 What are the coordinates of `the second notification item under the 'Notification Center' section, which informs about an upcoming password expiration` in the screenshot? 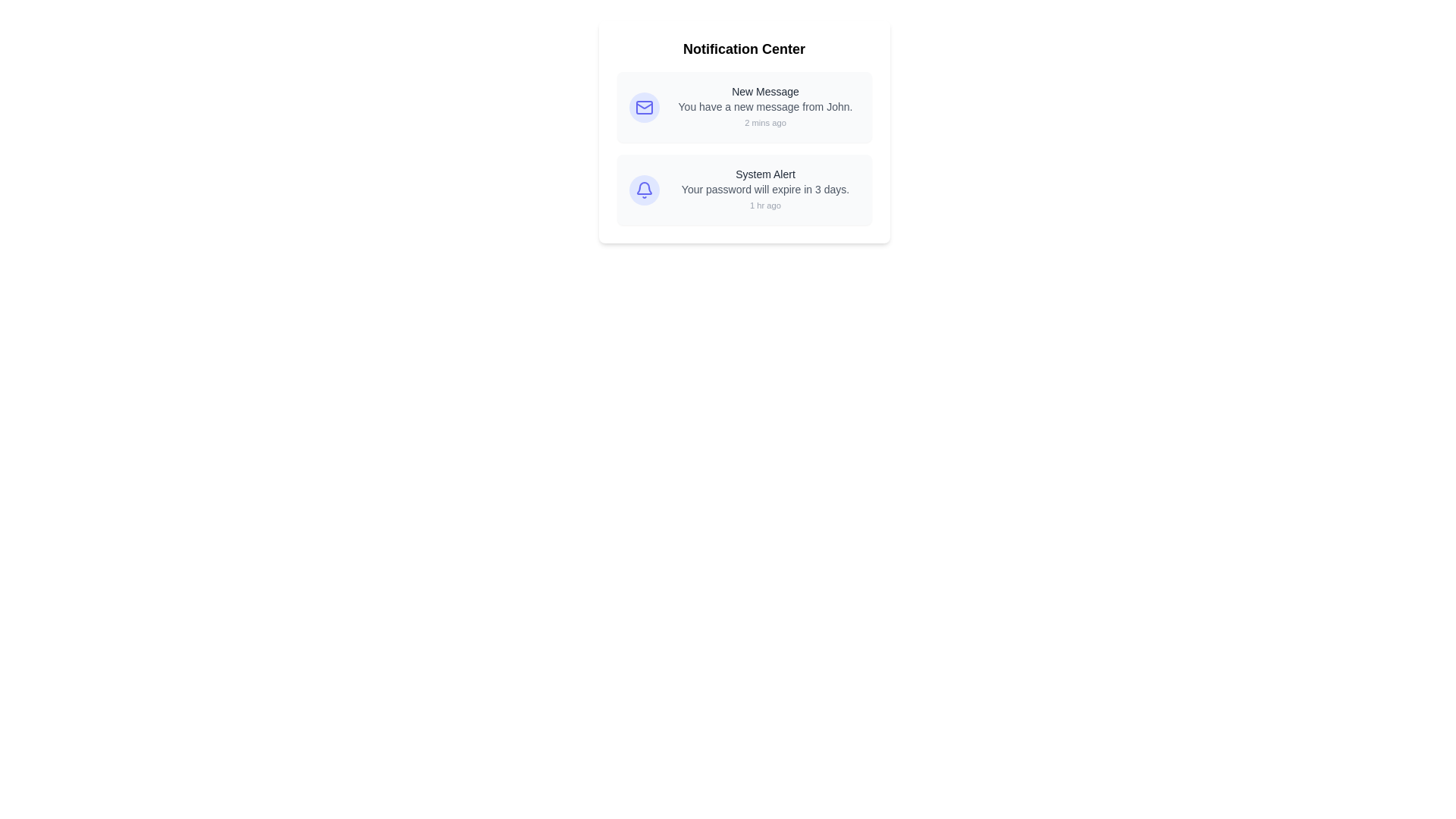 It's located at (765, 189).